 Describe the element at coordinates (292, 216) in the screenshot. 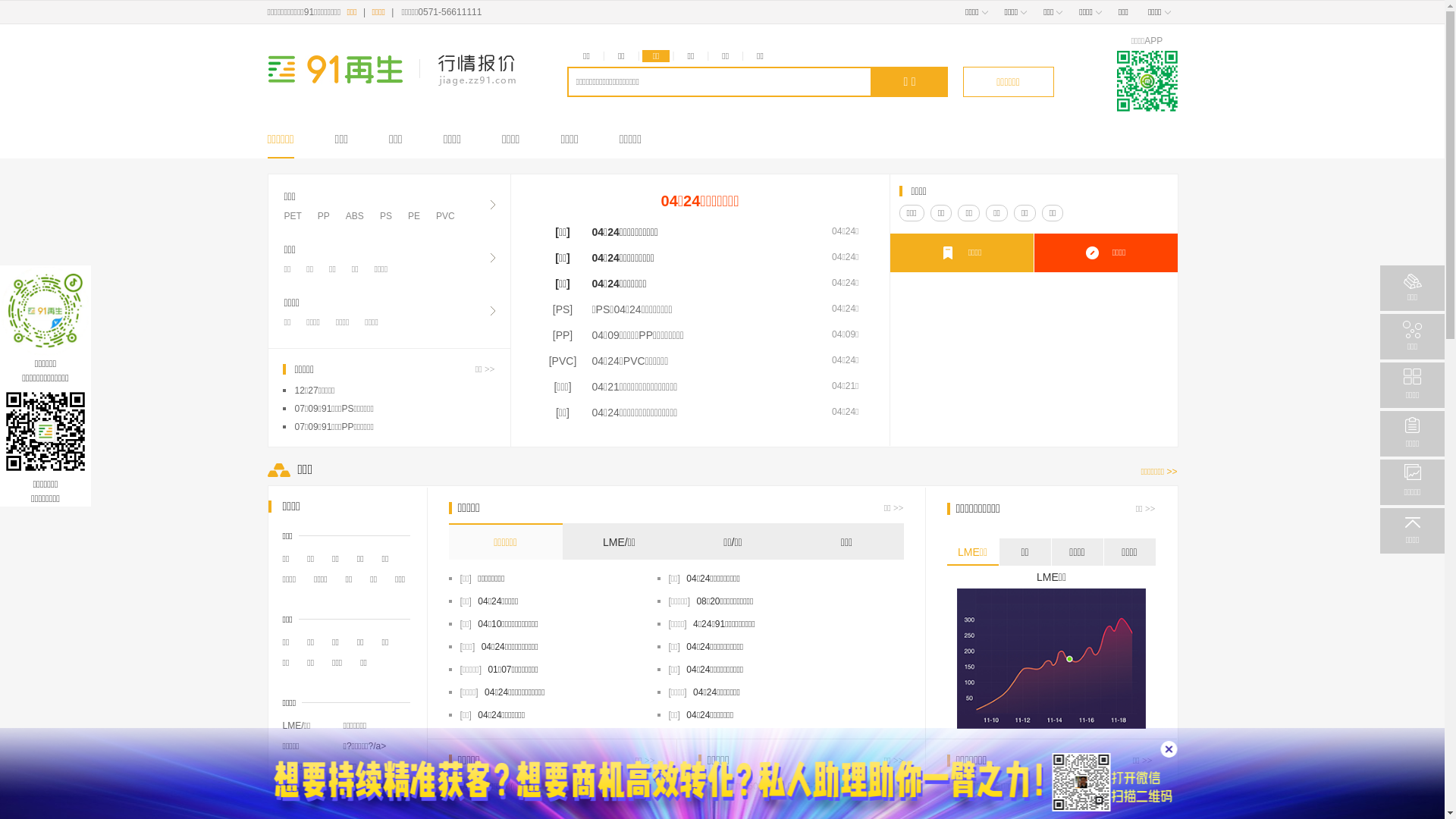

I see `'PET'` at that location.